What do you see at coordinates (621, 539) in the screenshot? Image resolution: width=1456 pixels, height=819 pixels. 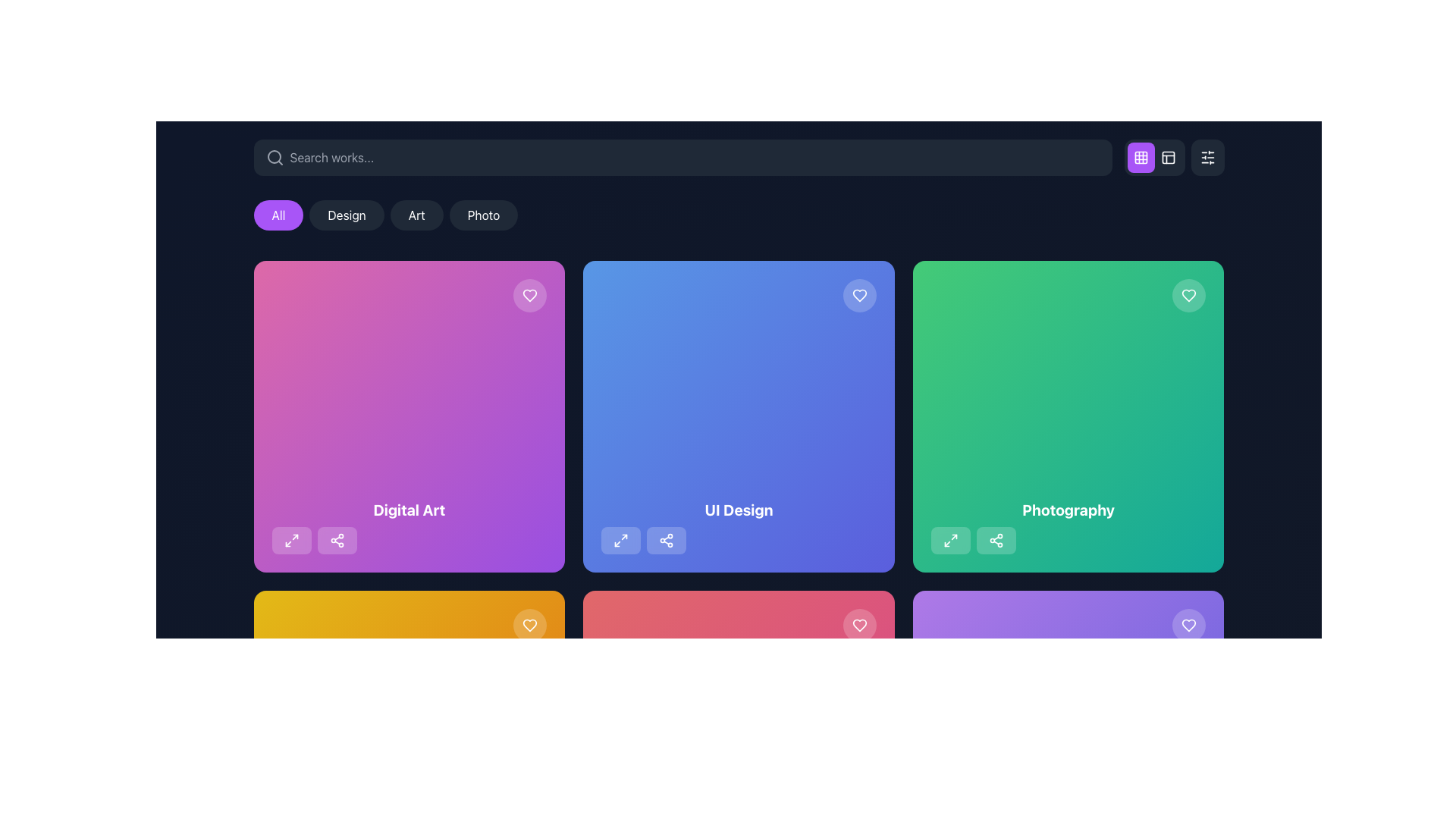 I see `the icon button resembling intersecting arrows pointing outward, located within the blue card labeled 'UI Design'` at bounding box center [621, 539].